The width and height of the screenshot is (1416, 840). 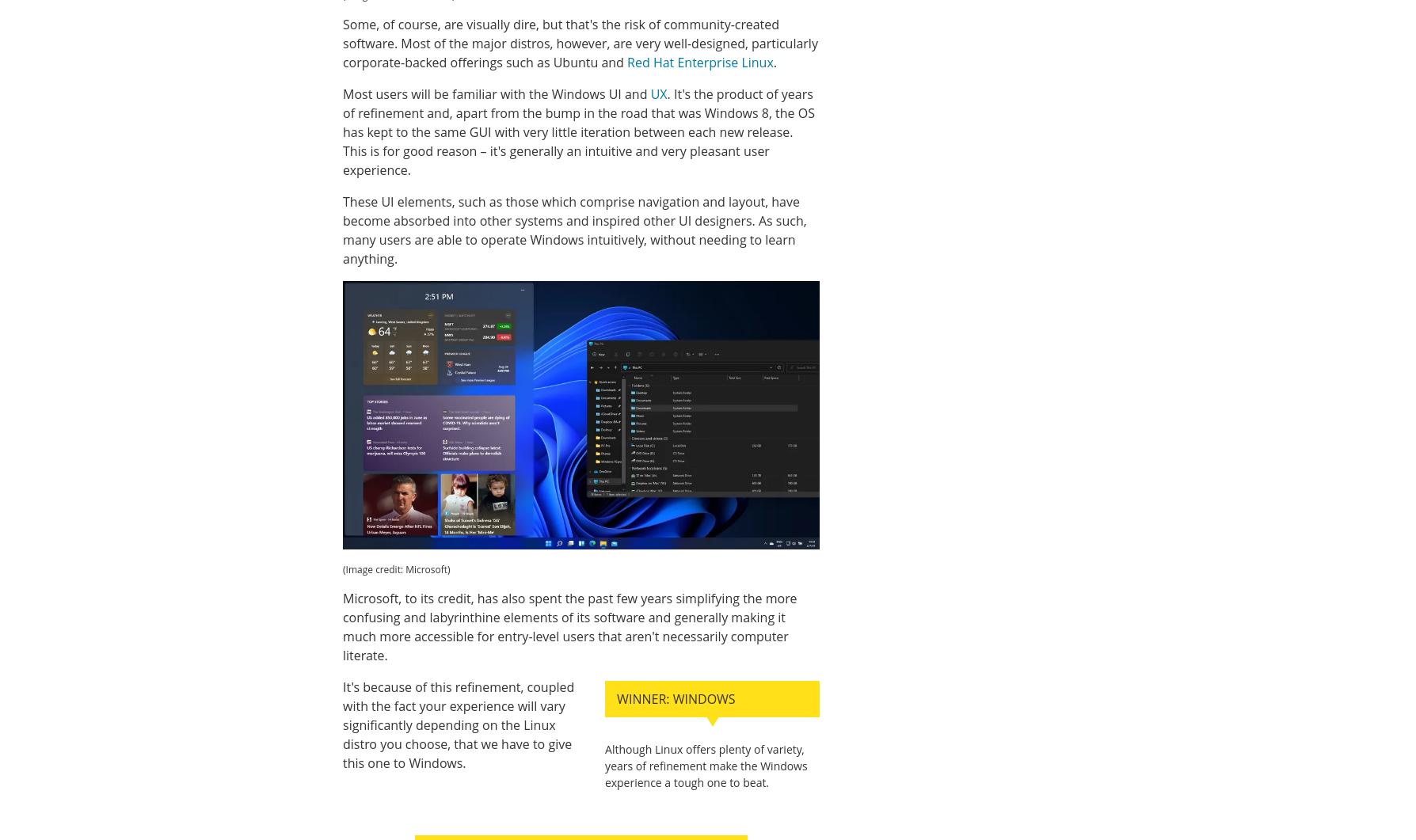 I want to click on 'Red Hat Enterprise Linux', so click(x=698, y=61).